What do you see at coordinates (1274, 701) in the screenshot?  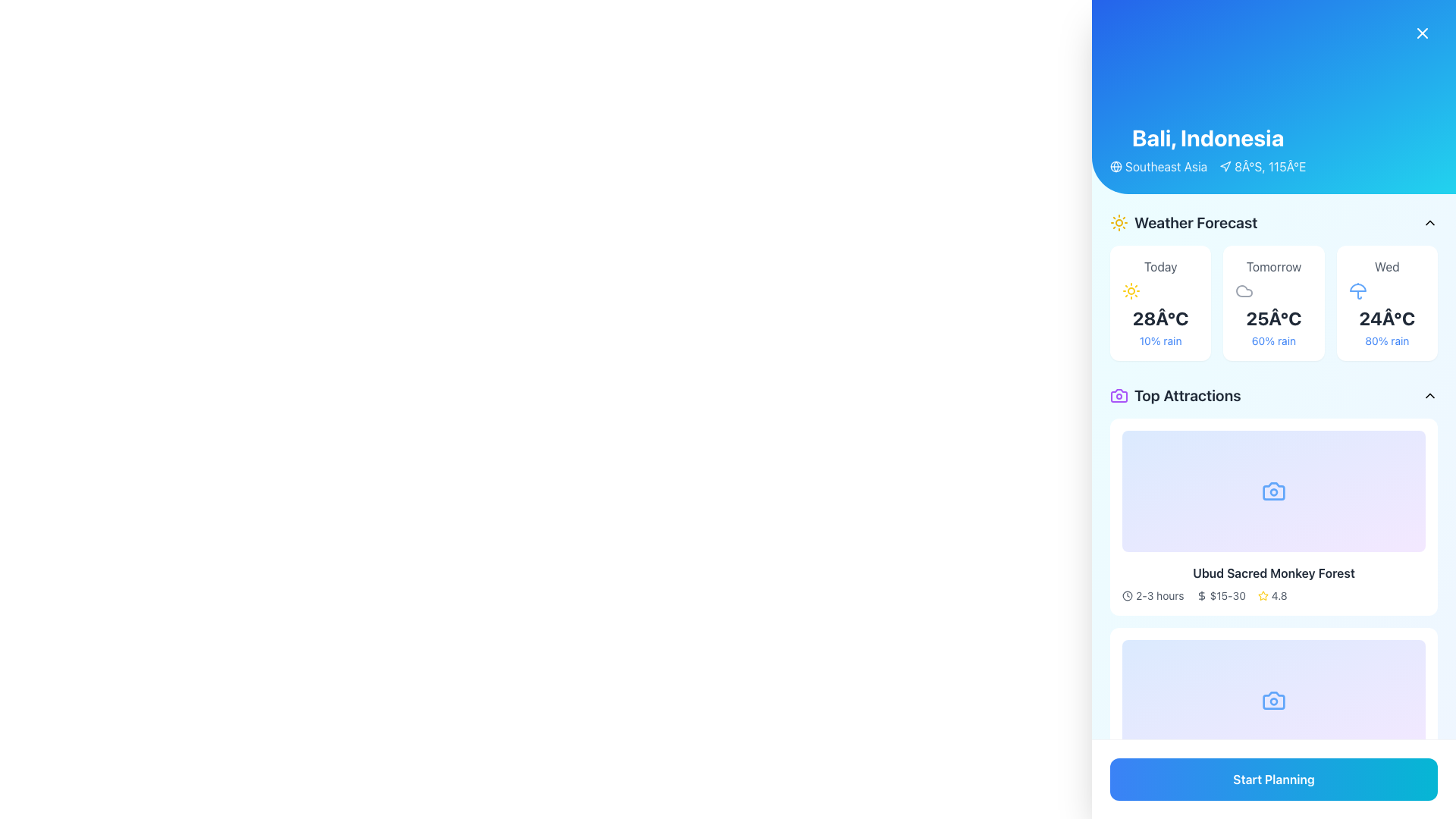 I see `the camera icon with a blue outline located in the lower section of the card under 'Top Attractions'` at bounding box center [1274, 701].